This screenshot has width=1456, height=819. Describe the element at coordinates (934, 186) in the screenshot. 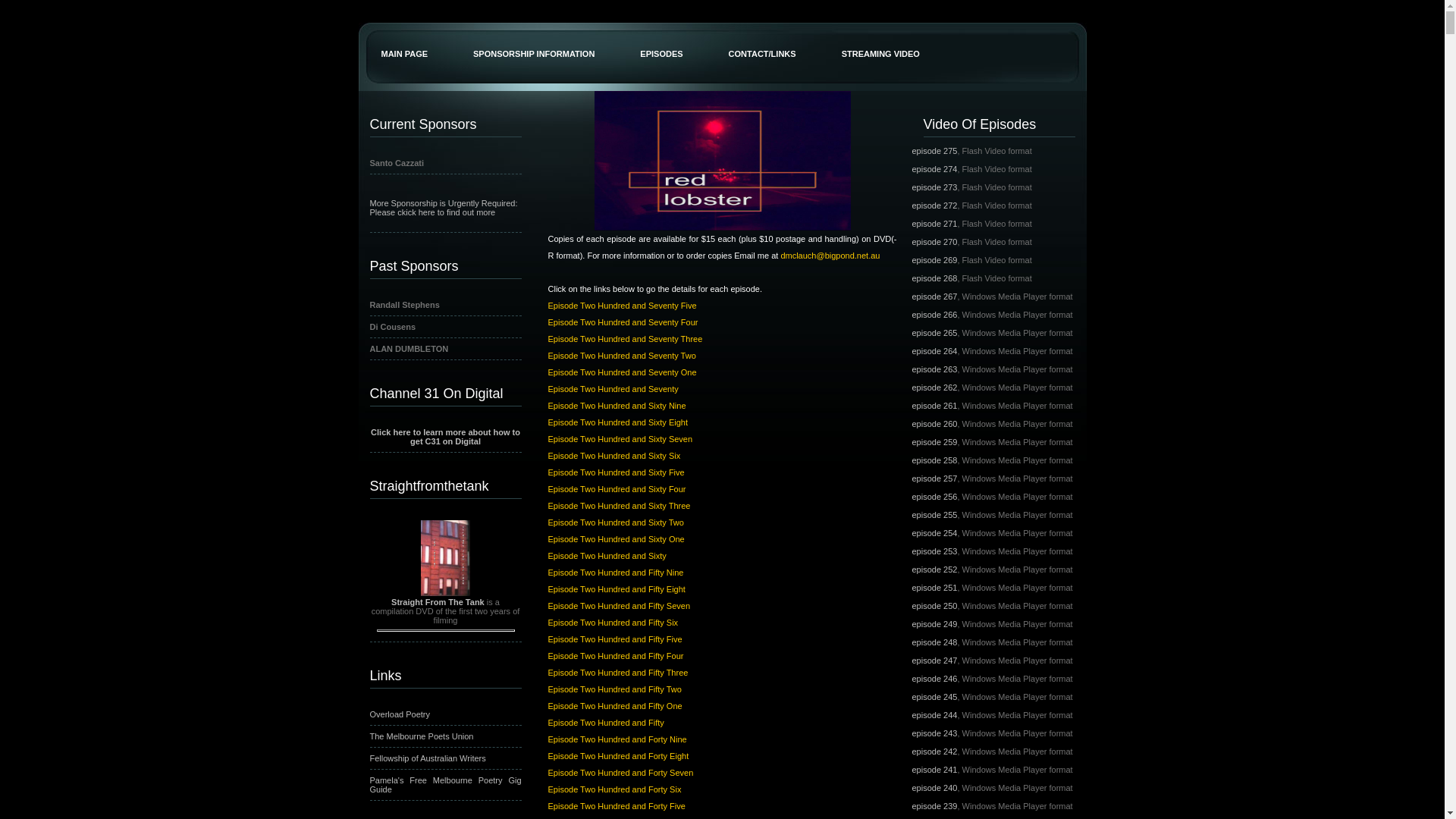

I see `'episode 273'` at that location.